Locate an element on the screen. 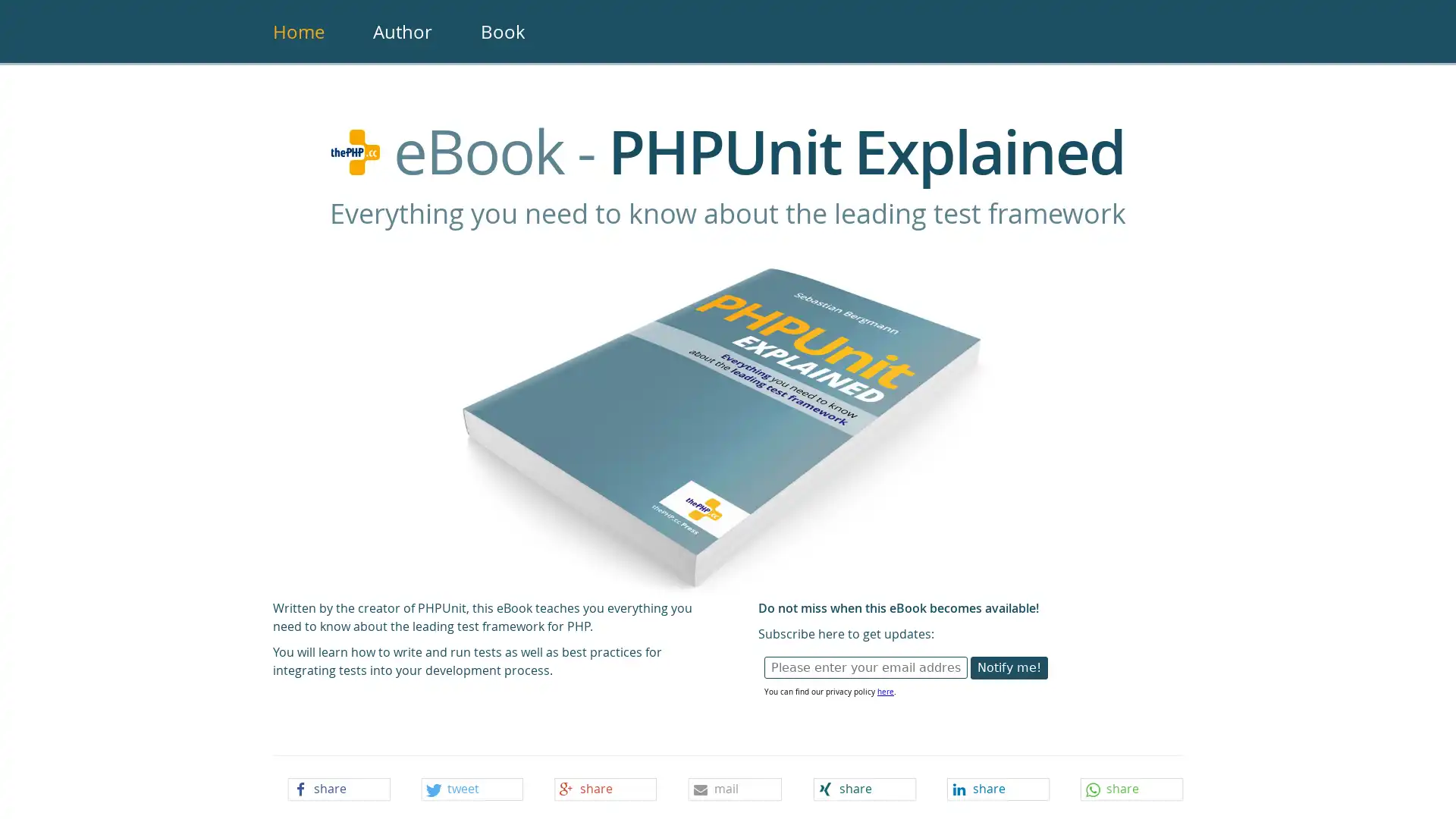 This screenshot has height=819, width=1456. Share on Facebook is located at coordinates (337, 789).